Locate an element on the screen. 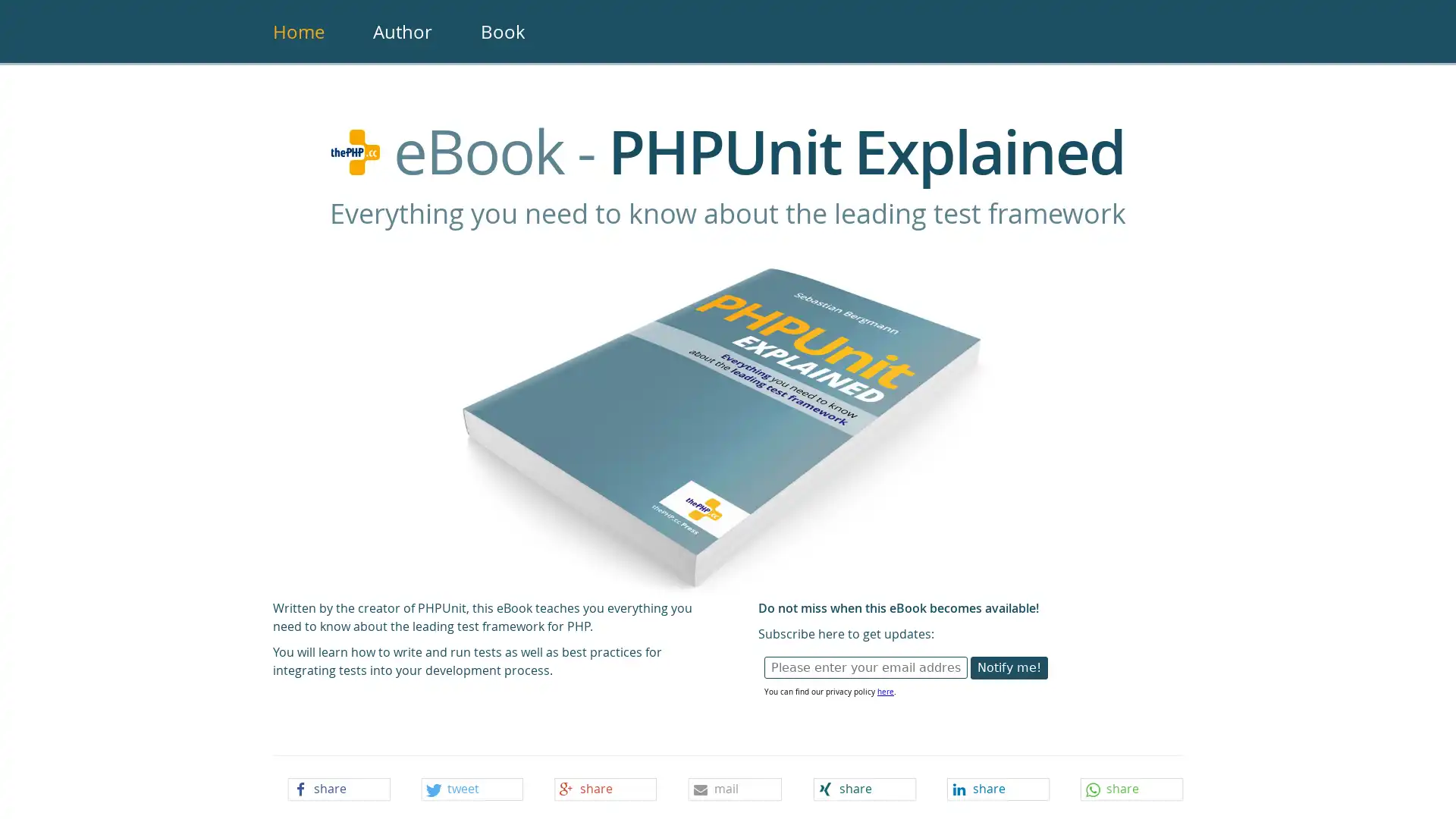 This screenshot has height=819, width=1456. Share on Facebook is located at coordinates (337, 789).